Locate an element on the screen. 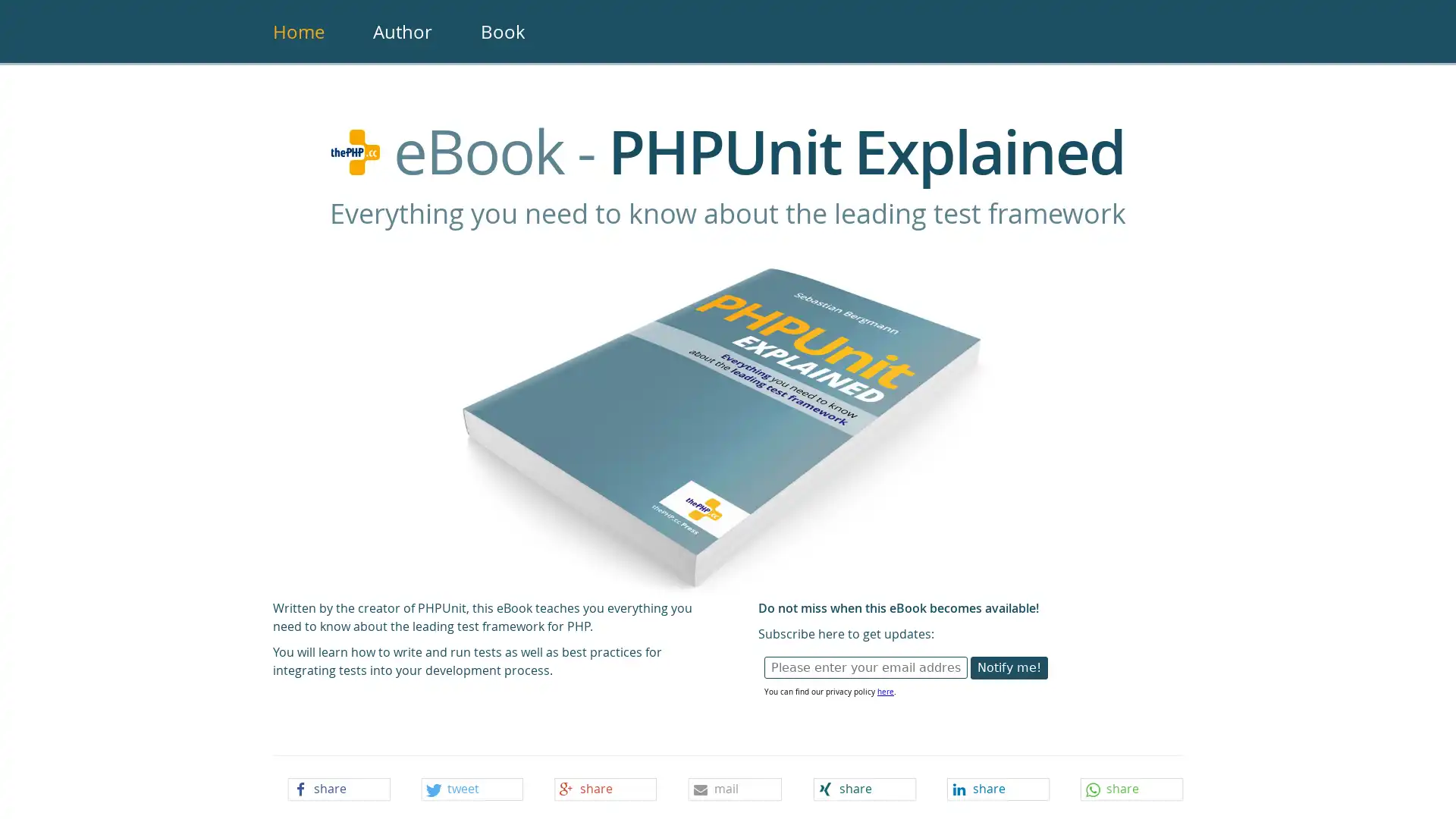 This screenshot has height=819, width=1456. Share on Facebook is located at coordinates (337, 789).